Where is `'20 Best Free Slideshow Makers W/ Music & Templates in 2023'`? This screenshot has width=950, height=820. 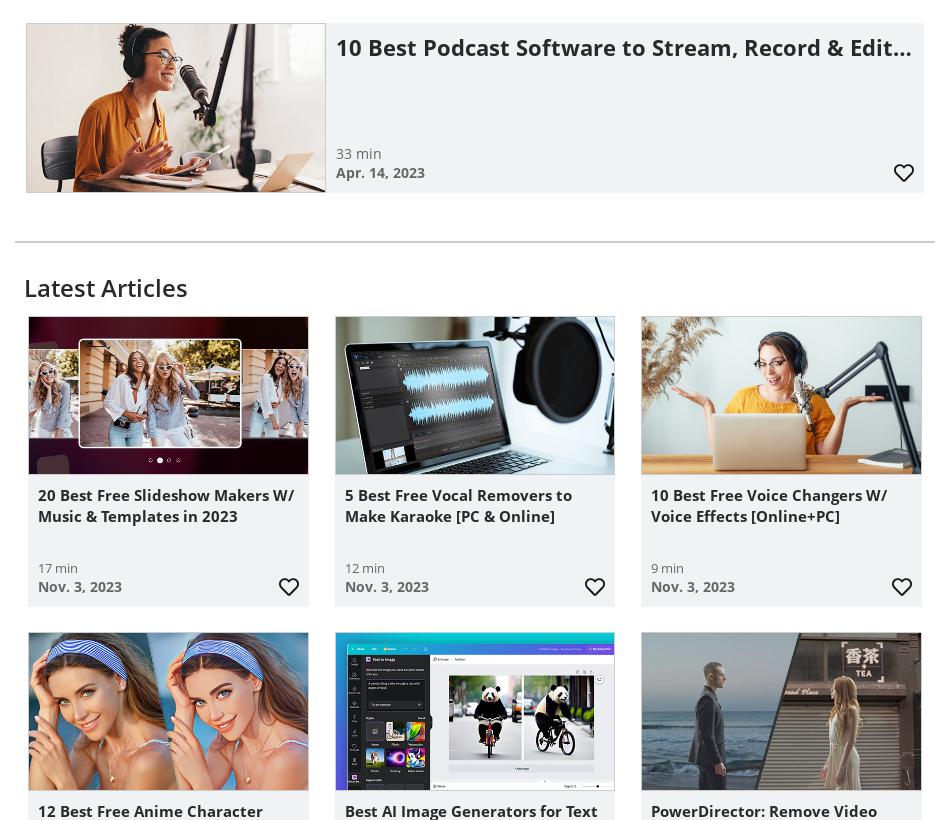
'20 Best Free Slideshow Makers W/ Music & Templates in 2023' is located at coordinates (165, 504).